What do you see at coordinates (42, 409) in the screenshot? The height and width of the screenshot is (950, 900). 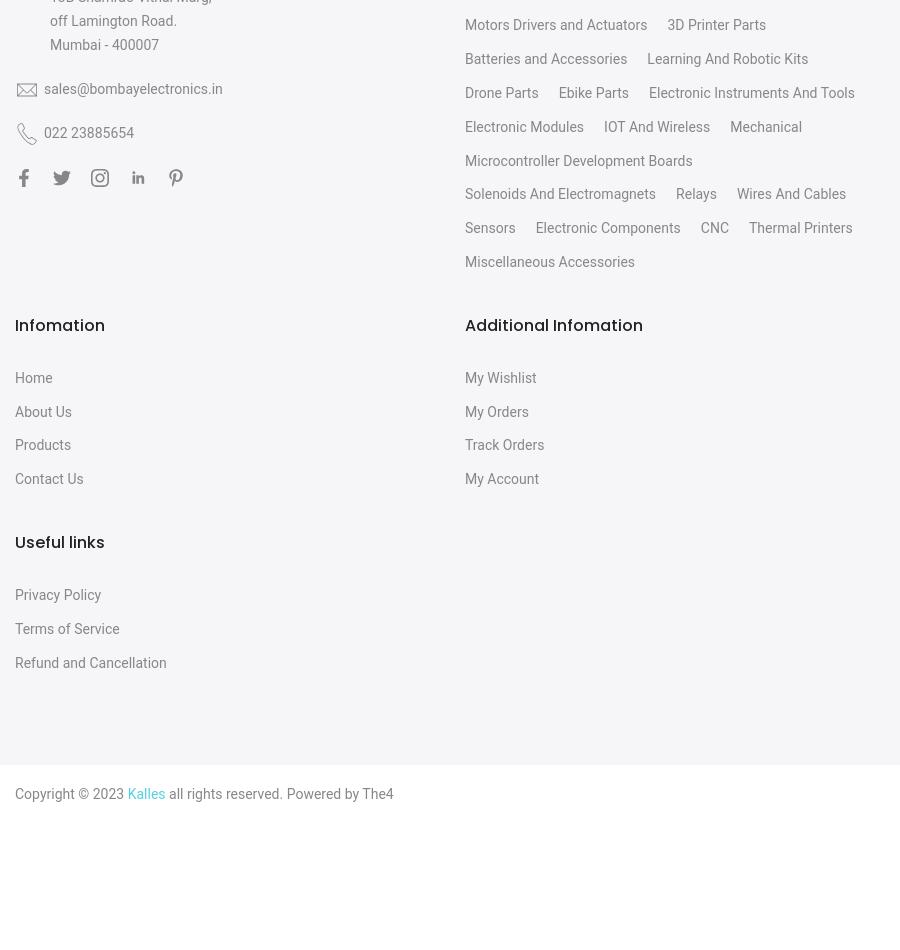 I see `'About Us'` at bounding box center [42, 409].